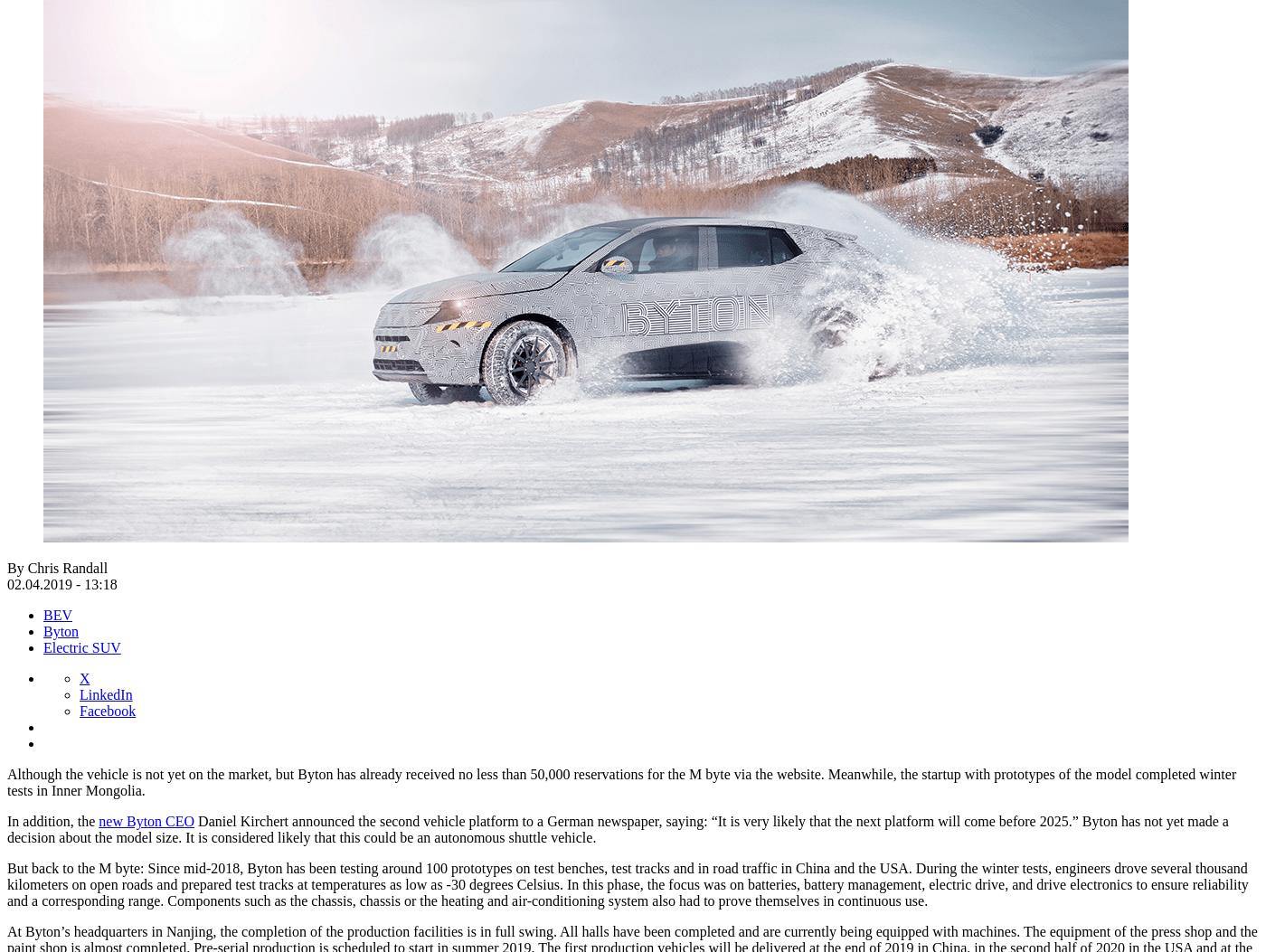 This screenshot has height=952, width=1266. Describe the element at coordinates (618, 827) in the screenshot. I see `'Daniel Kirchert announced the second vehicle platform to a German newspaper, saying: “It is very likely that the next platform will come before 2025.” Byton has not yet made a decision about the model size. It is considered likely that this could be an autonomous shuttle vehicle.'` at that location.